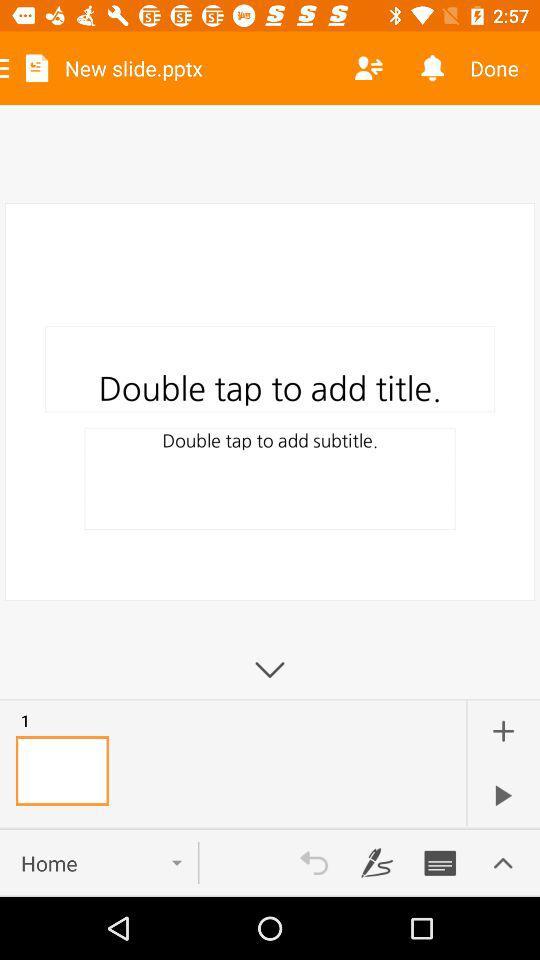 Image resolution: width=540 pixels, height=960 pixels. I want to click on write, so click(440, 862).